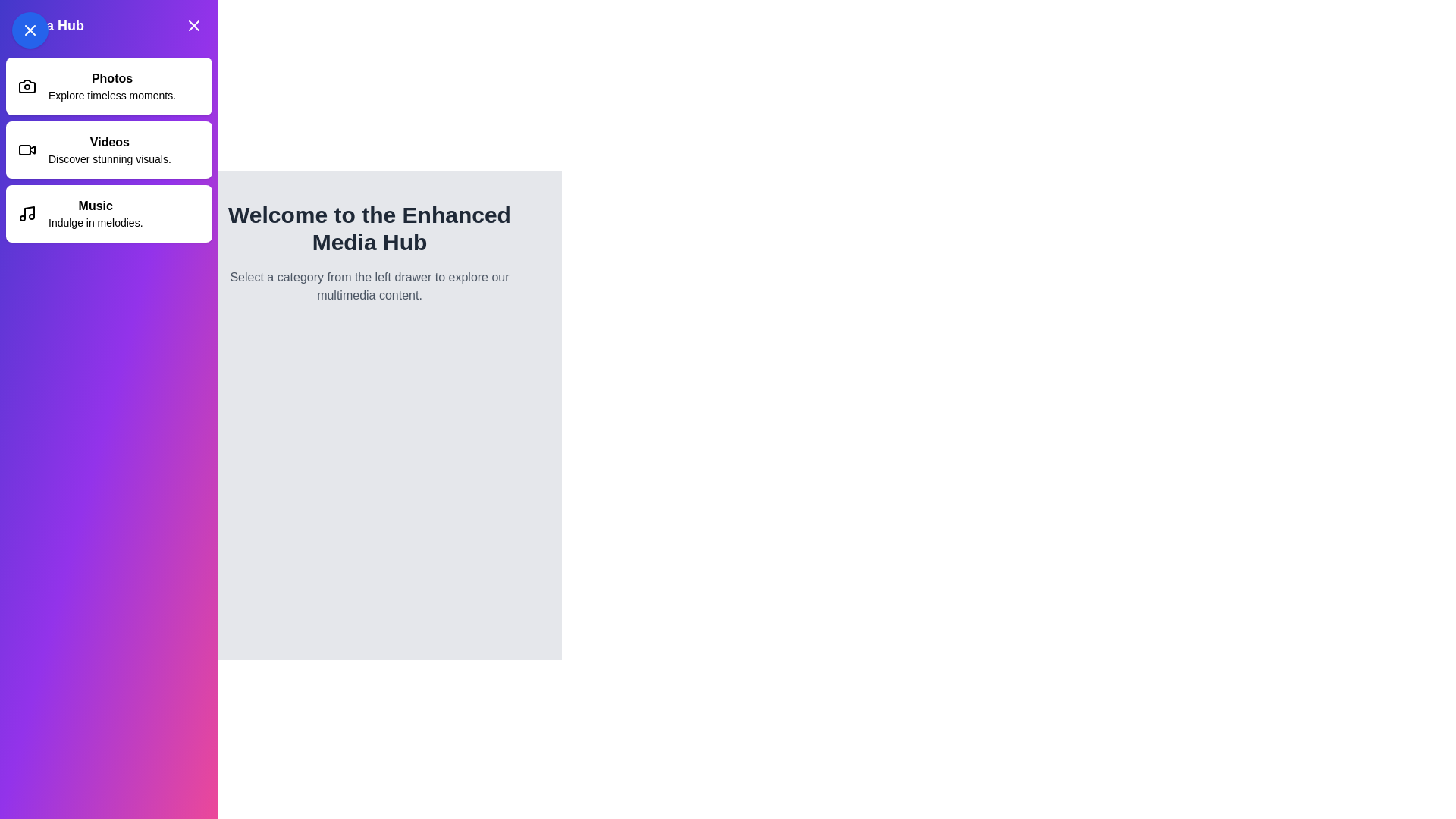  Describe the element at coordinates (30, 30) in the screenshot. I see `toggle button located at the top-left corner to change the drawer state` at that location.